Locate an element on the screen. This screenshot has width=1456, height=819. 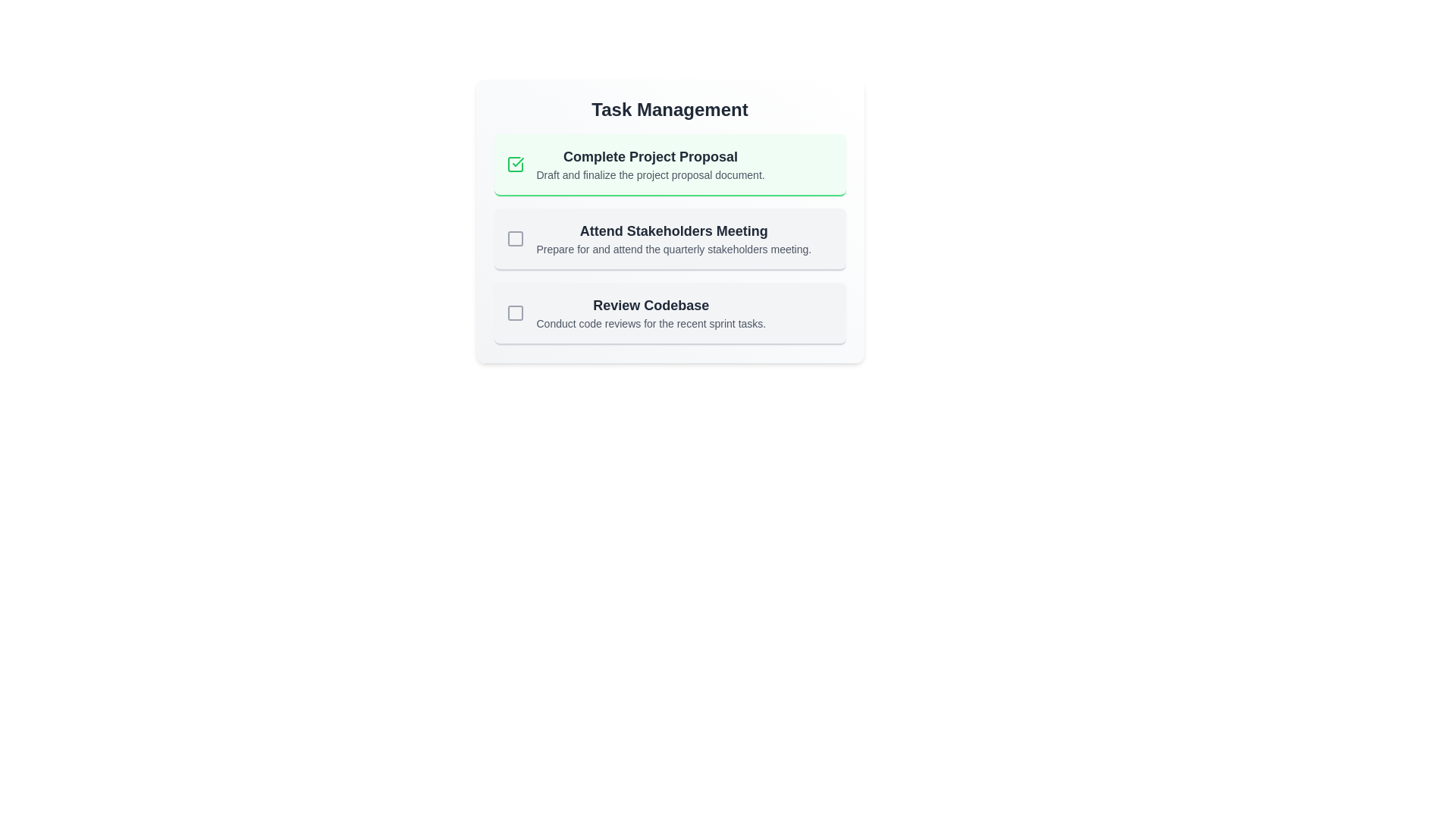
the checked state of the completed task represented by the icon located next to the text 'Complete Project Proposal' is located at coordinates (517, 162).